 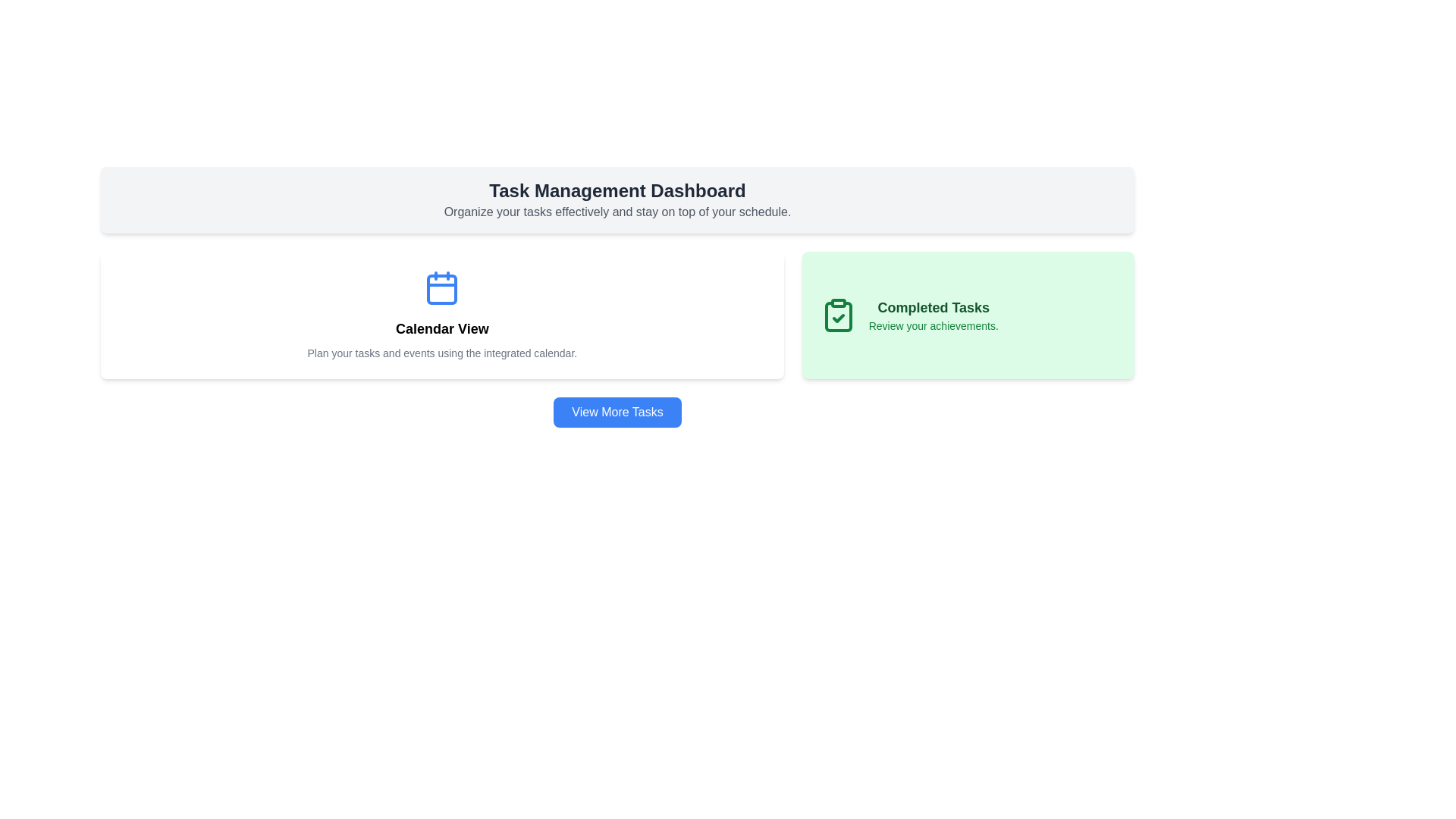 I want to click on the Informational banner titled 'Task Management Dashboard' with a light gray background and rounded corners, positioned at the top of the grid layout, so click(x=617, y=199).